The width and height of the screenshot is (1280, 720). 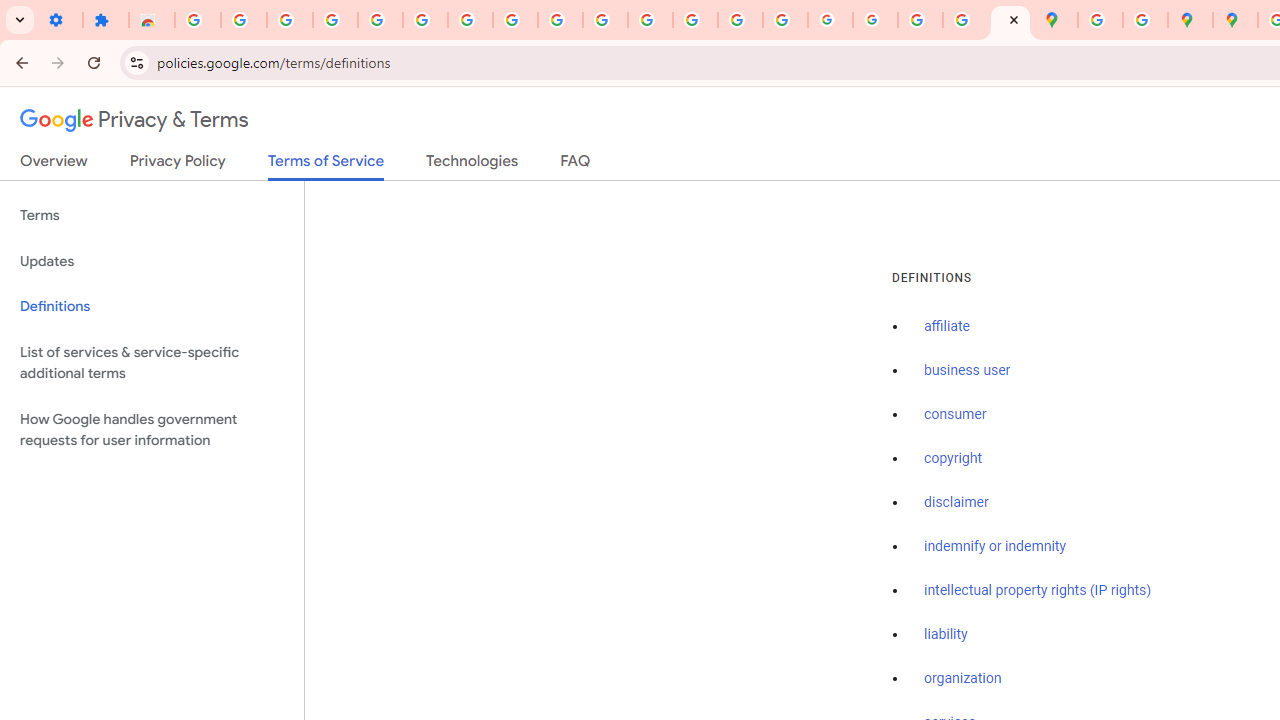 I want to click on 'intellectual property rights (IP rights)', so click(x=1038, y=589).